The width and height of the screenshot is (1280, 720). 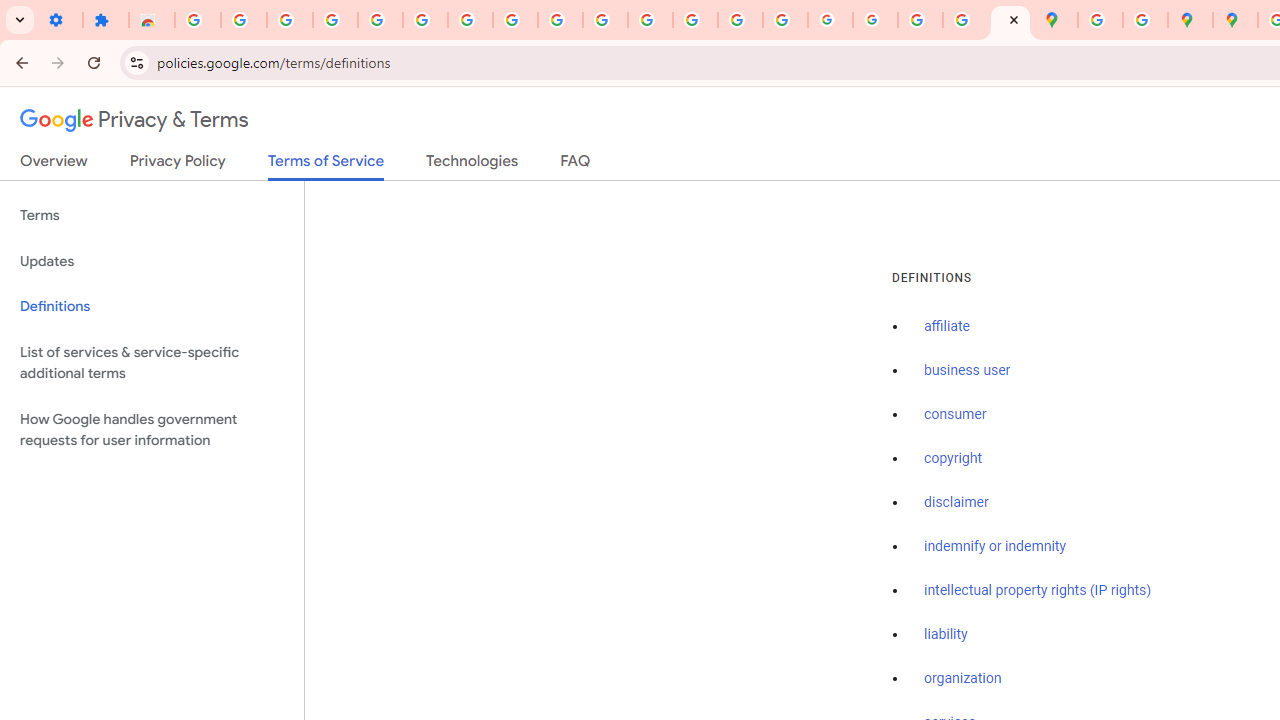 I want to click on 'intellectual property rights (IP rights)', so click(x=1038, y=589).